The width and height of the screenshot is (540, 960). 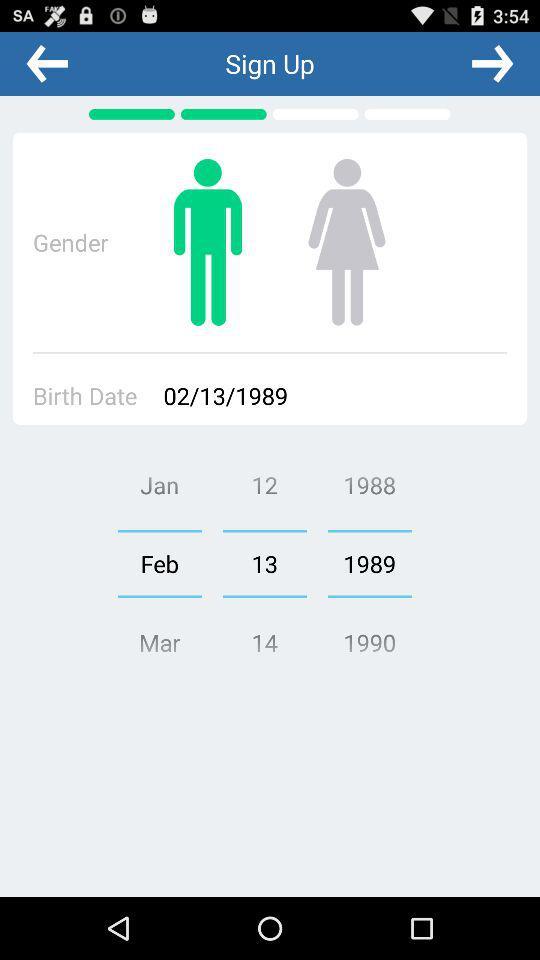 What do you see at coordinates (131, 114) in the screenshot?
I see `the page indicator icon` at bounding box center [131, 114].